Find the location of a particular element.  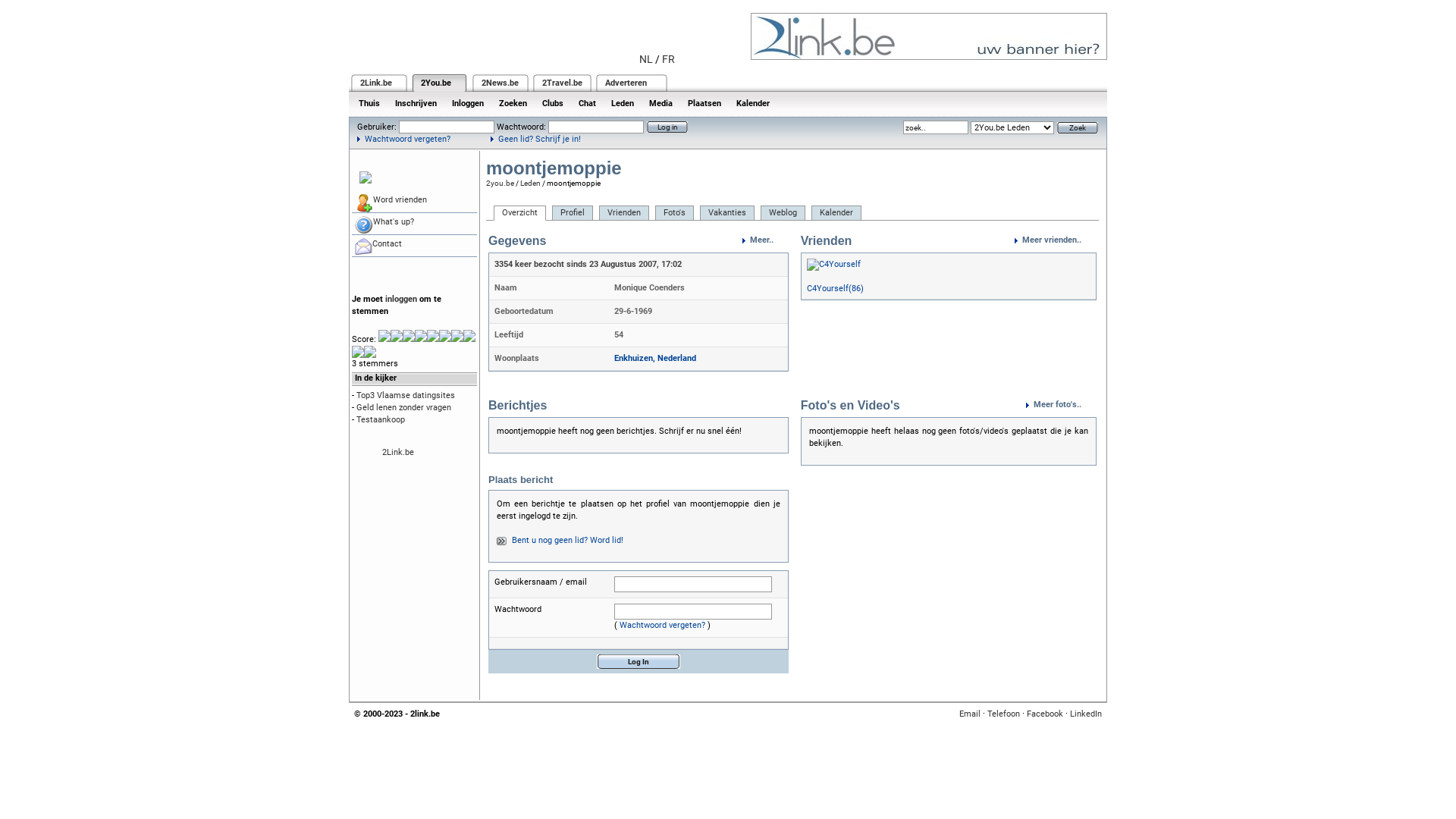

'Inloggen' is located at coordinates (467, 102).